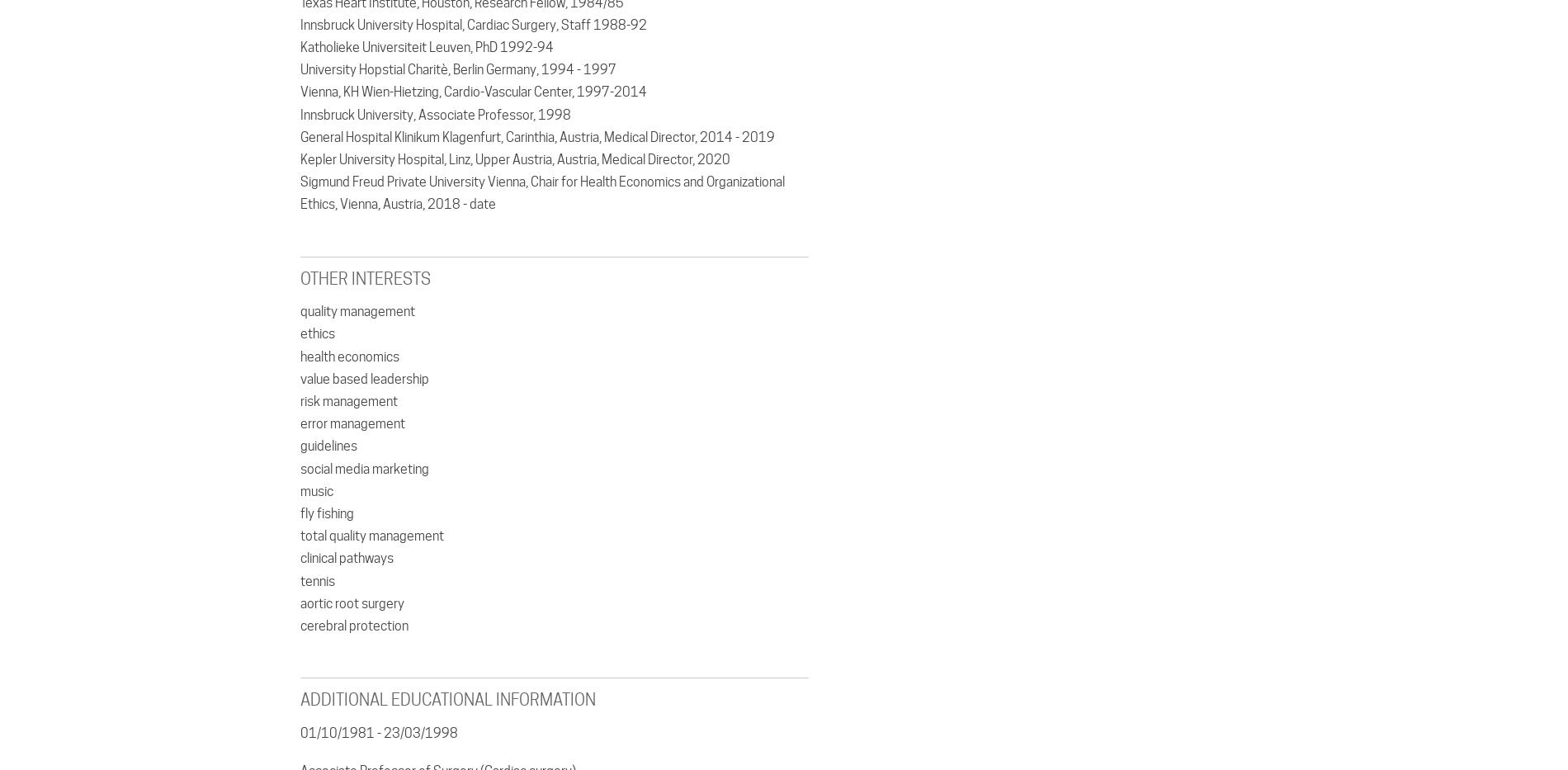 This screenshot has height=770, width=1568. What do you see at coordinates (363, 467) in the screenshot?
I see `'social media marketing'` at bounding box center [363, 467].